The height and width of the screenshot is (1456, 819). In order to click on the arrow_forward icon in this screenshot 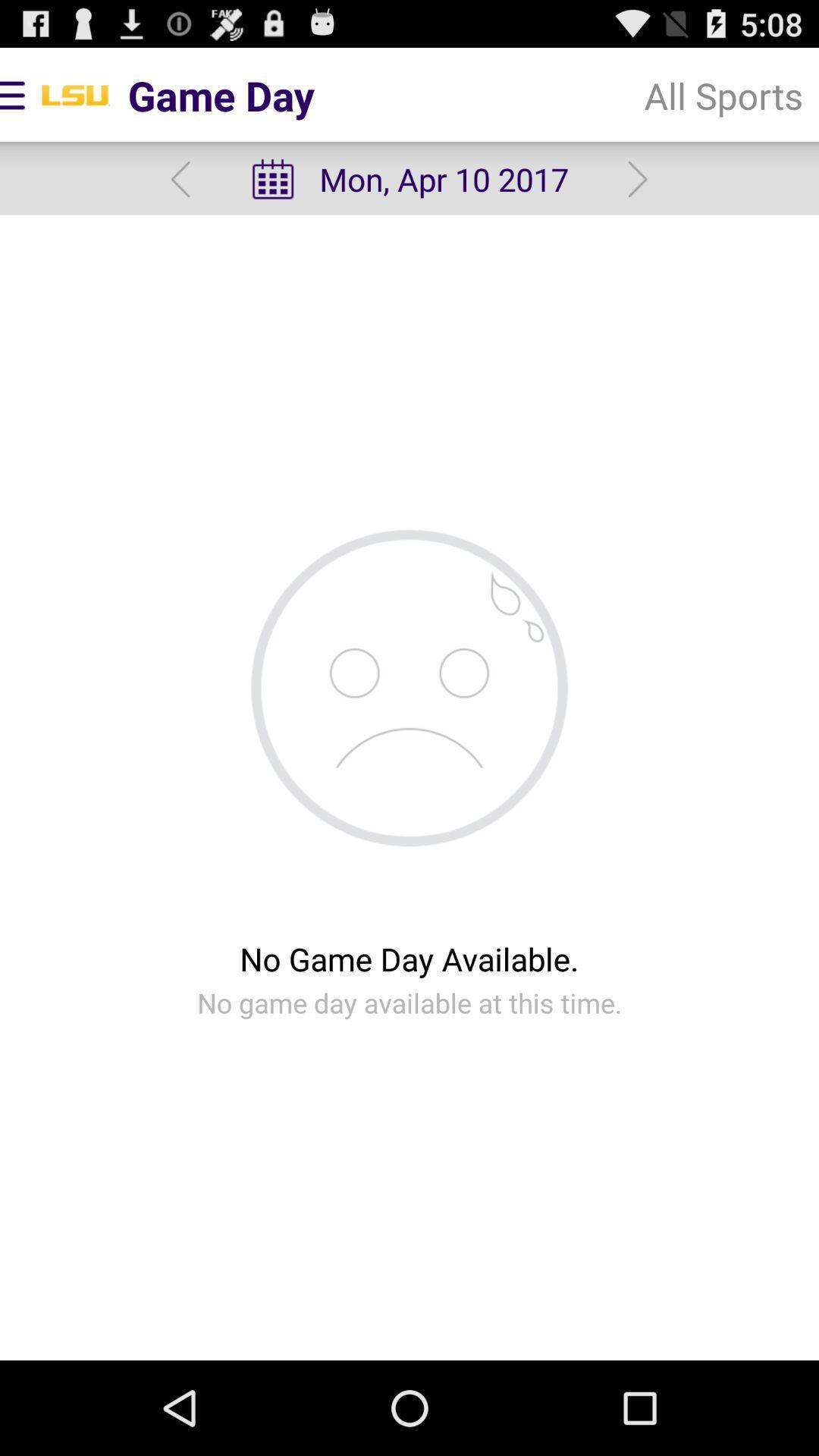, I will do `click(638, 190)`.